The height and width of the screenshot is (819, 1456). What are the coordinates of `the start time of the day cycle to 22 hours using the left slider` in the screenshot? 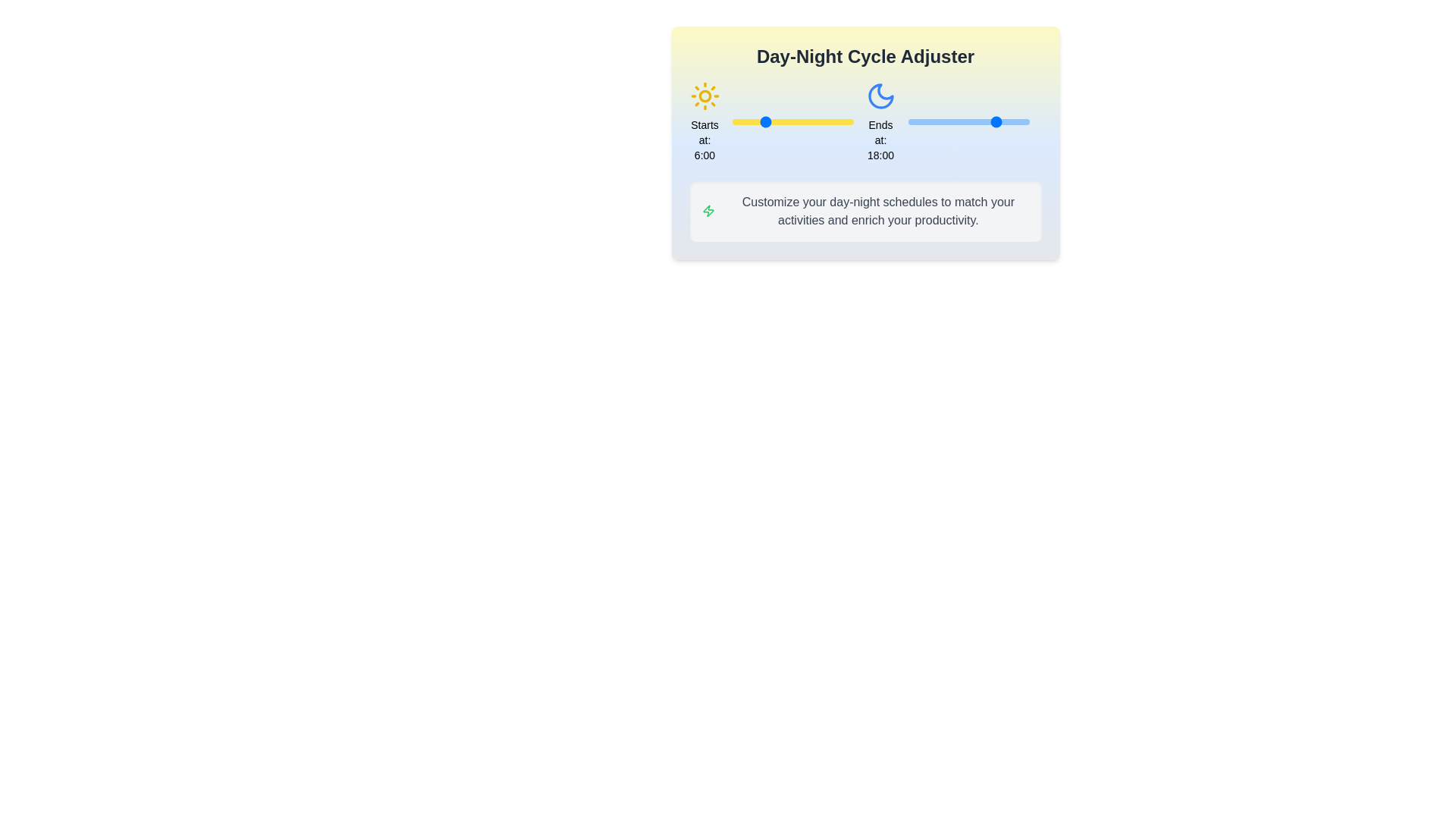 It's located at (843, 121).